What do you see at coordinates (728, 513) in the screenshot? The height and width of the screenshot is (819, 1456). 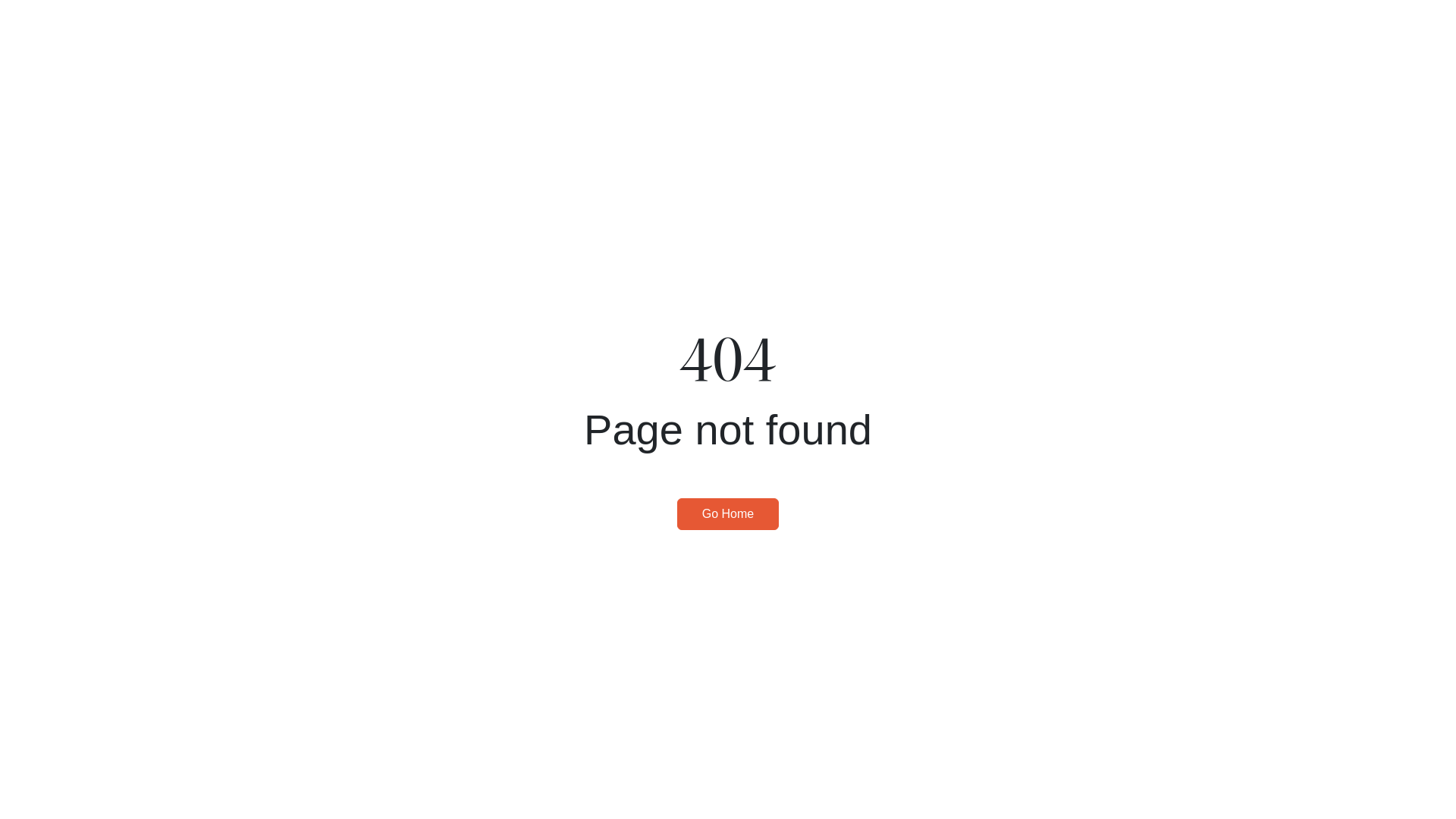 I see `'Go Home'` at bounding box center [728, 513].